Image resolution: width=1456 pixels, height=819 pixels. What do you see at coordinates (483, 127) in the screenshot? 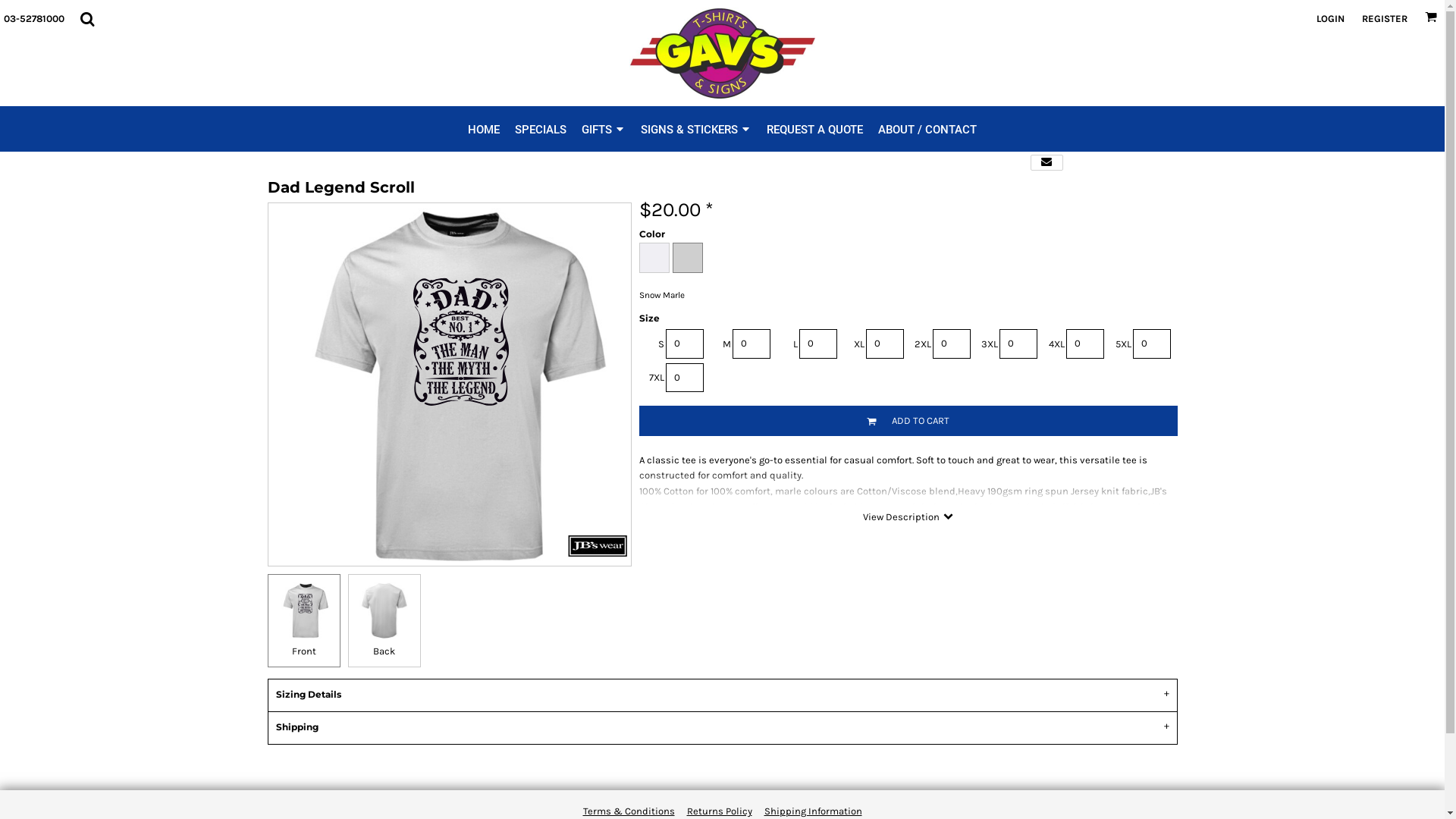
I see `'HOME'` at bounding box center [483, 127].